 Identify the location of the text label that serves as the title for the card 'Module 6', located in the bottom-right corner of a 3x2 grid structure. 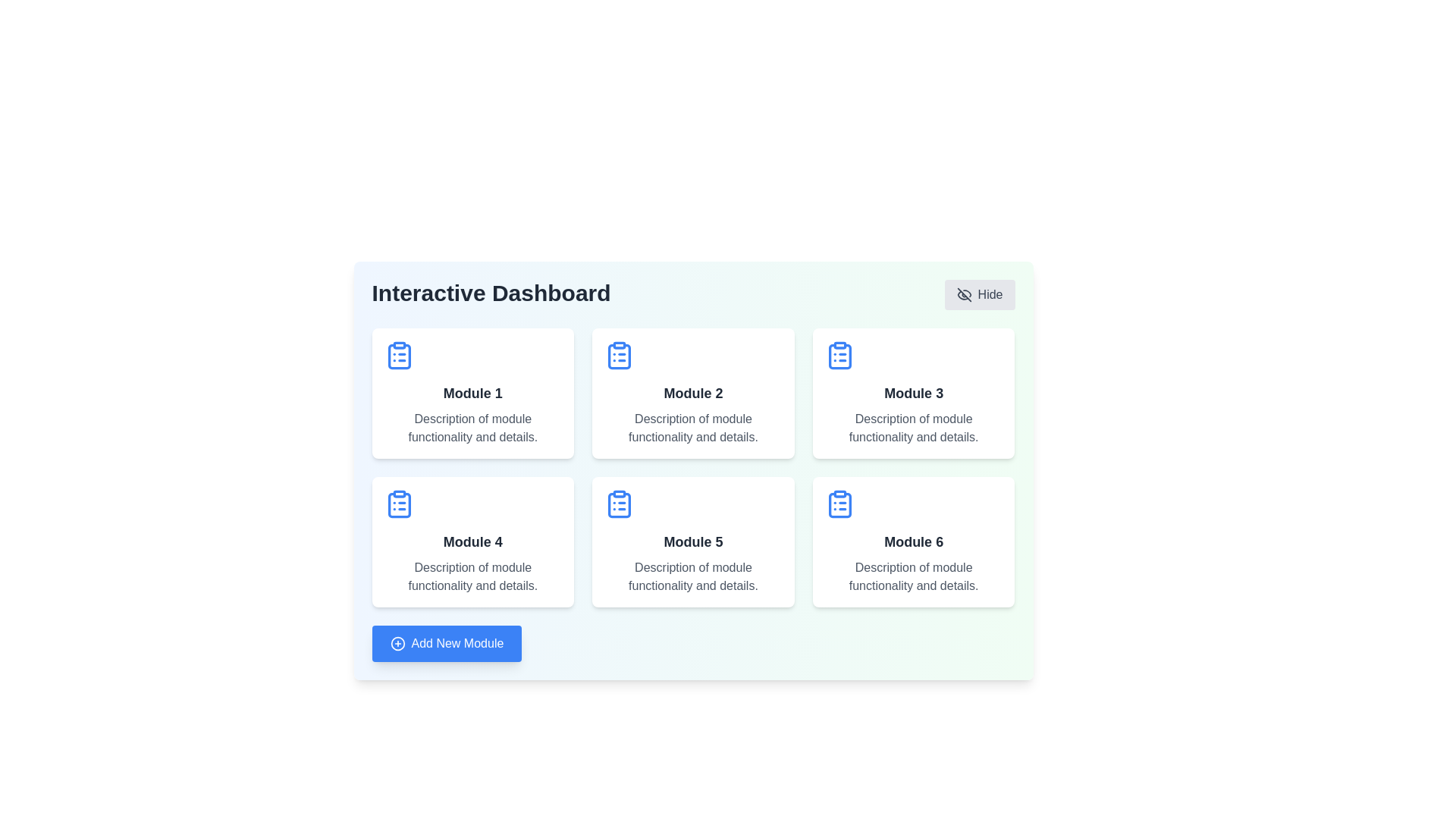
(913, 541).